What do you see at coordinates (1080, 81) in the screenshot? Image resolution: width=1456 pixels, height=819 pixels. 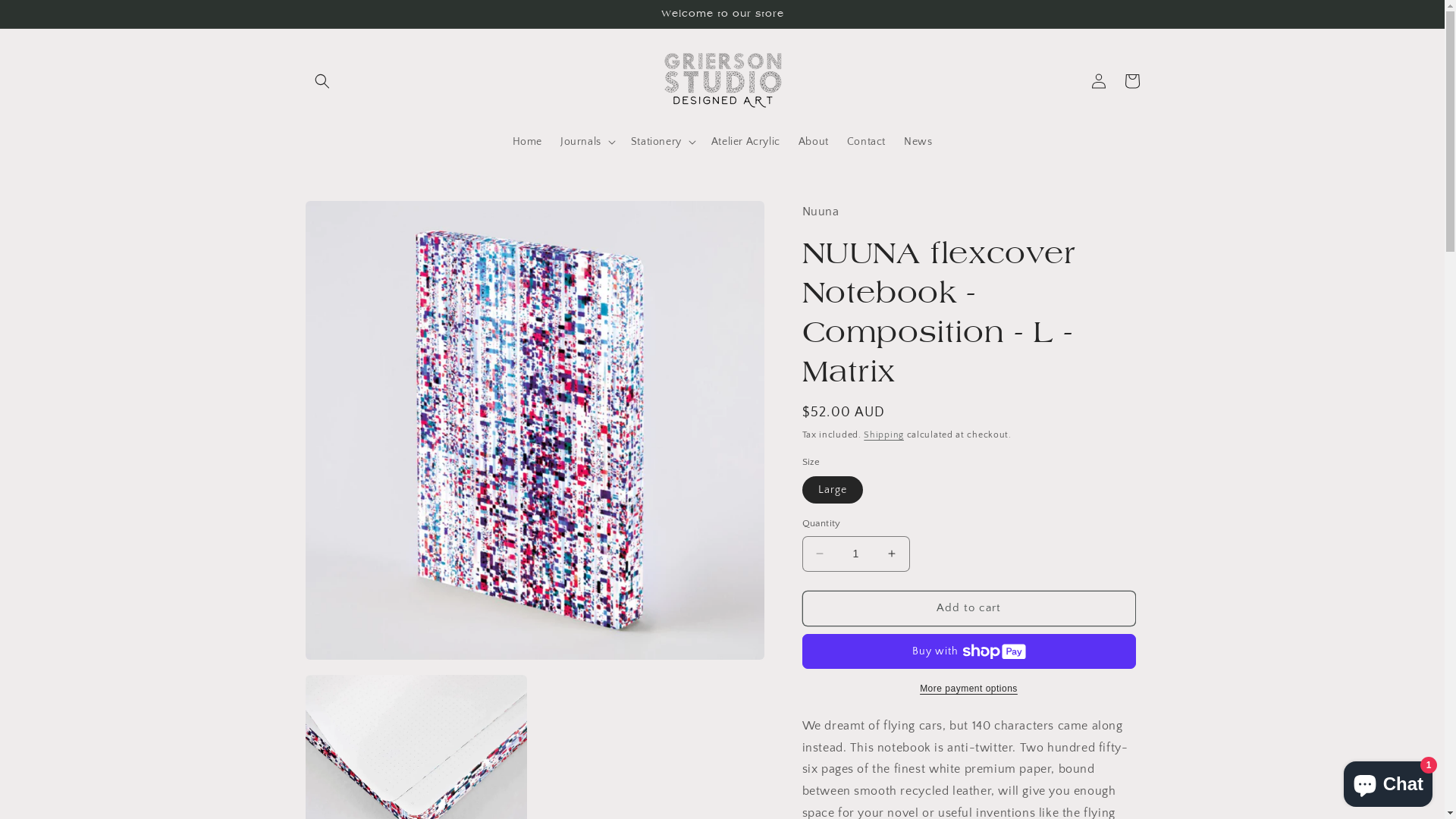 I see `'Log in'` at bounding box center [1080, 81].